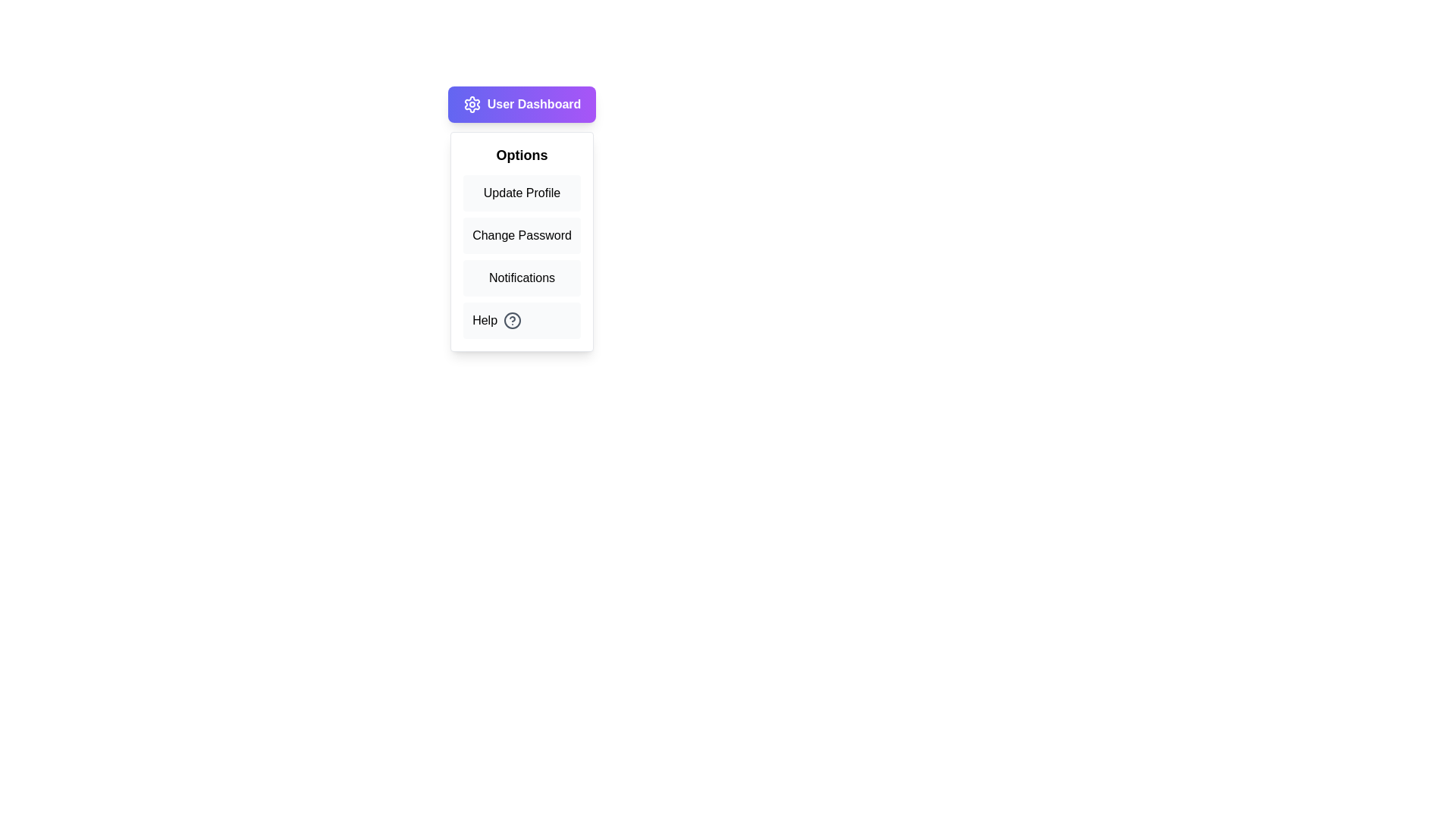 The image size is (1456, 819). Describe the element at coordinates (522, 320) in the screenshot. I see `the menu option Help from the User Dashboard Menu` at that location.